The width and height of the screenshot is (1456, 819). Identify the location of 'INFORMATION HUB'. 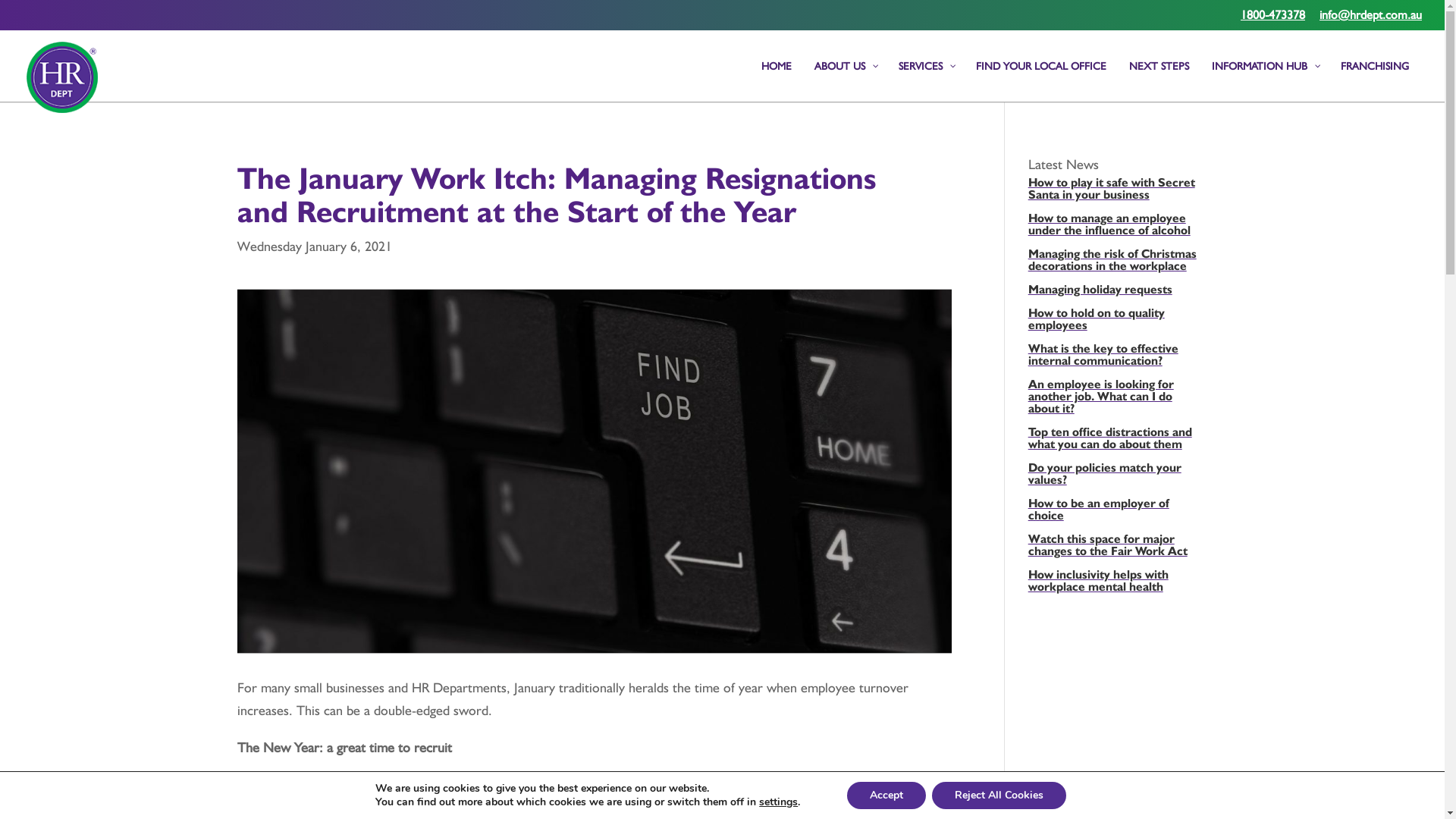
(1200, 80).